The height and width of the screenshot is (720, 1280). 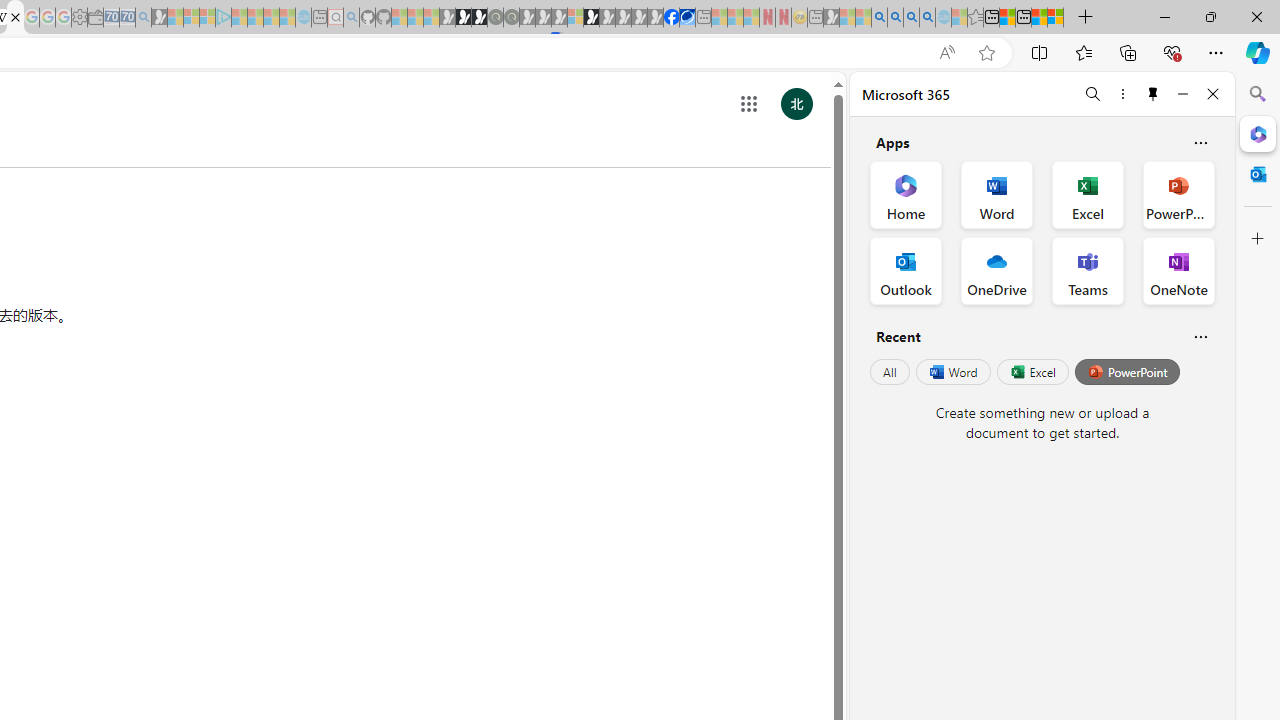 I want to click on 'Future Focus Report 2024 - Sleeping', so click(x=511, y=17).